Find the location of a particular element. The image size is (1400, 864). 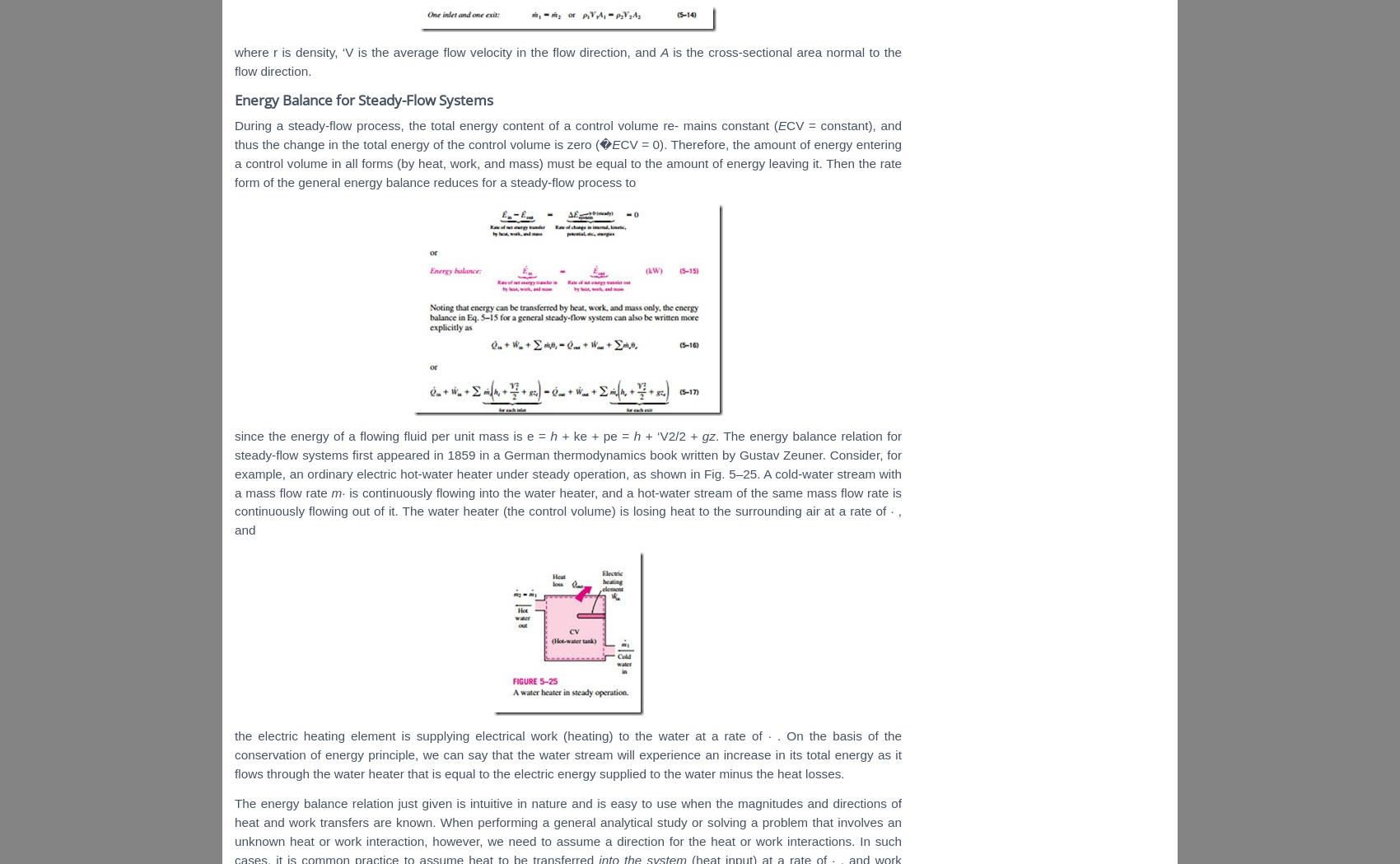

'is continuously flowing into the water heater, and a hot-water stream of' is located at coordinates (348, 491).